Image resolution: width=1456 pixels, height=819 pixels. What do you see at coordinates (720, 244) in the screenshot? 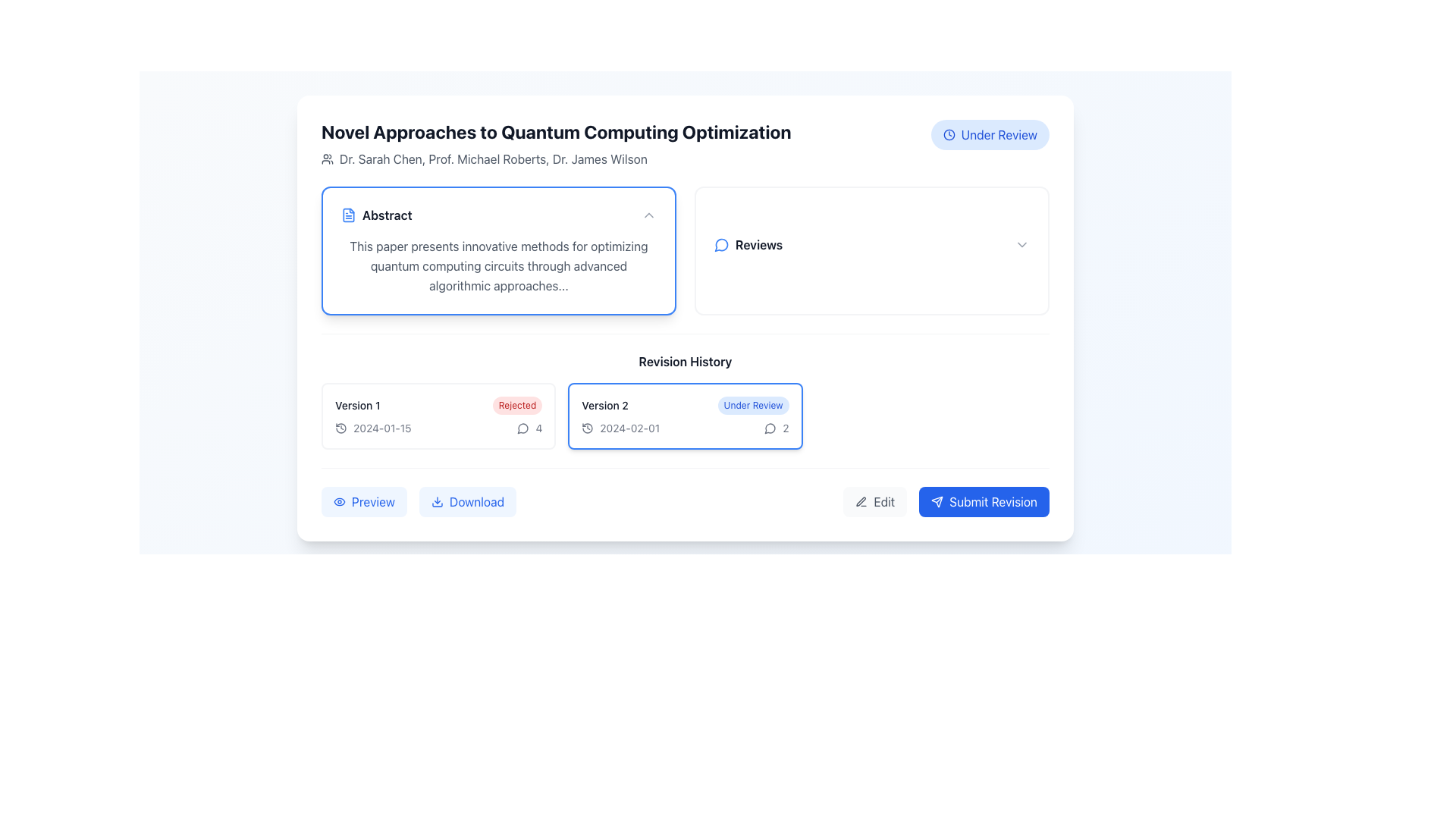
I see `the message or chat interaction icon located next to the 'Reviews' text` at bounding box center [720, 244].